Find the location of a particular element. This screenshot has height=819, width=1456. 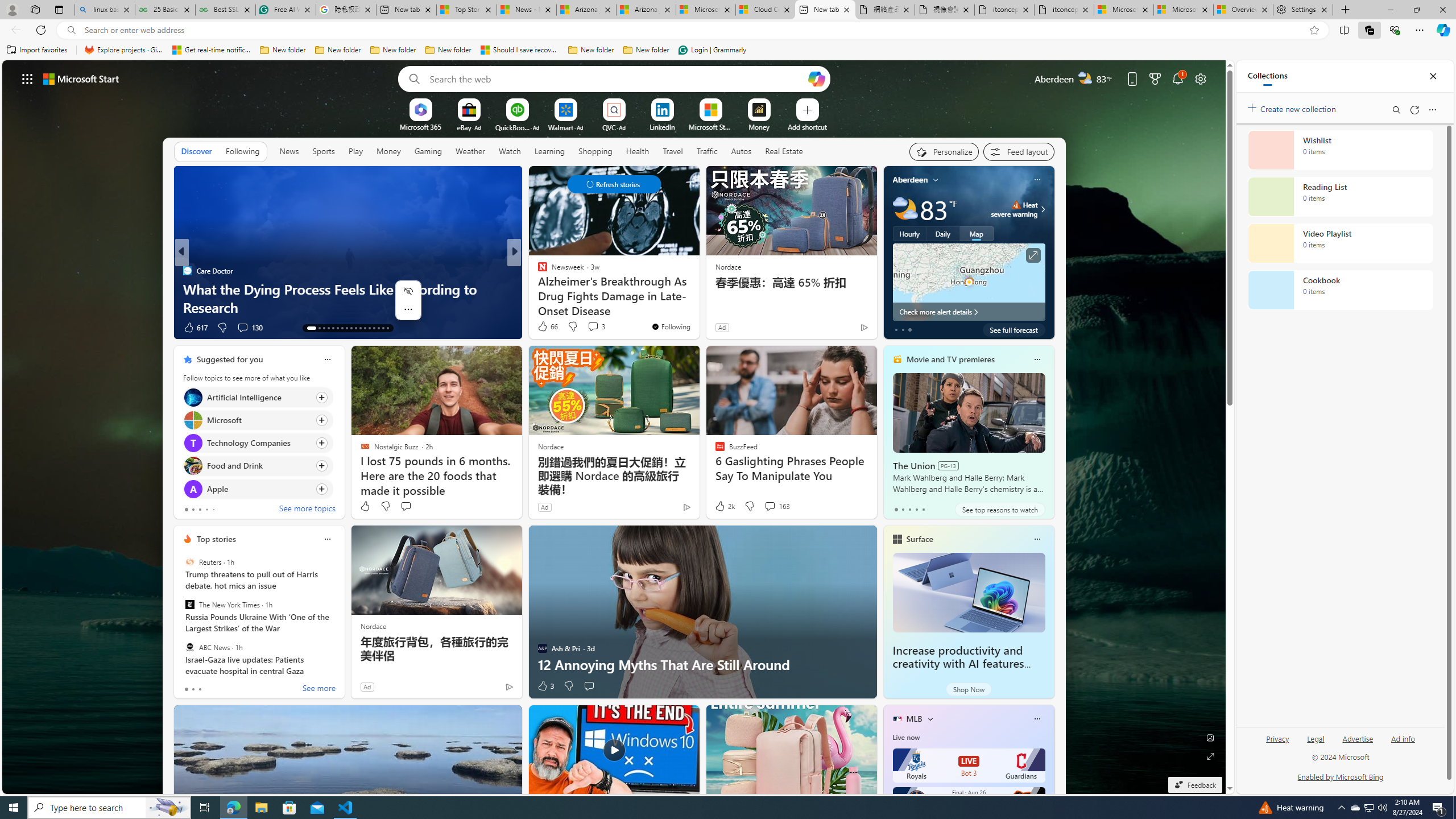

'2k Like' is located at coordinates (723, 505).